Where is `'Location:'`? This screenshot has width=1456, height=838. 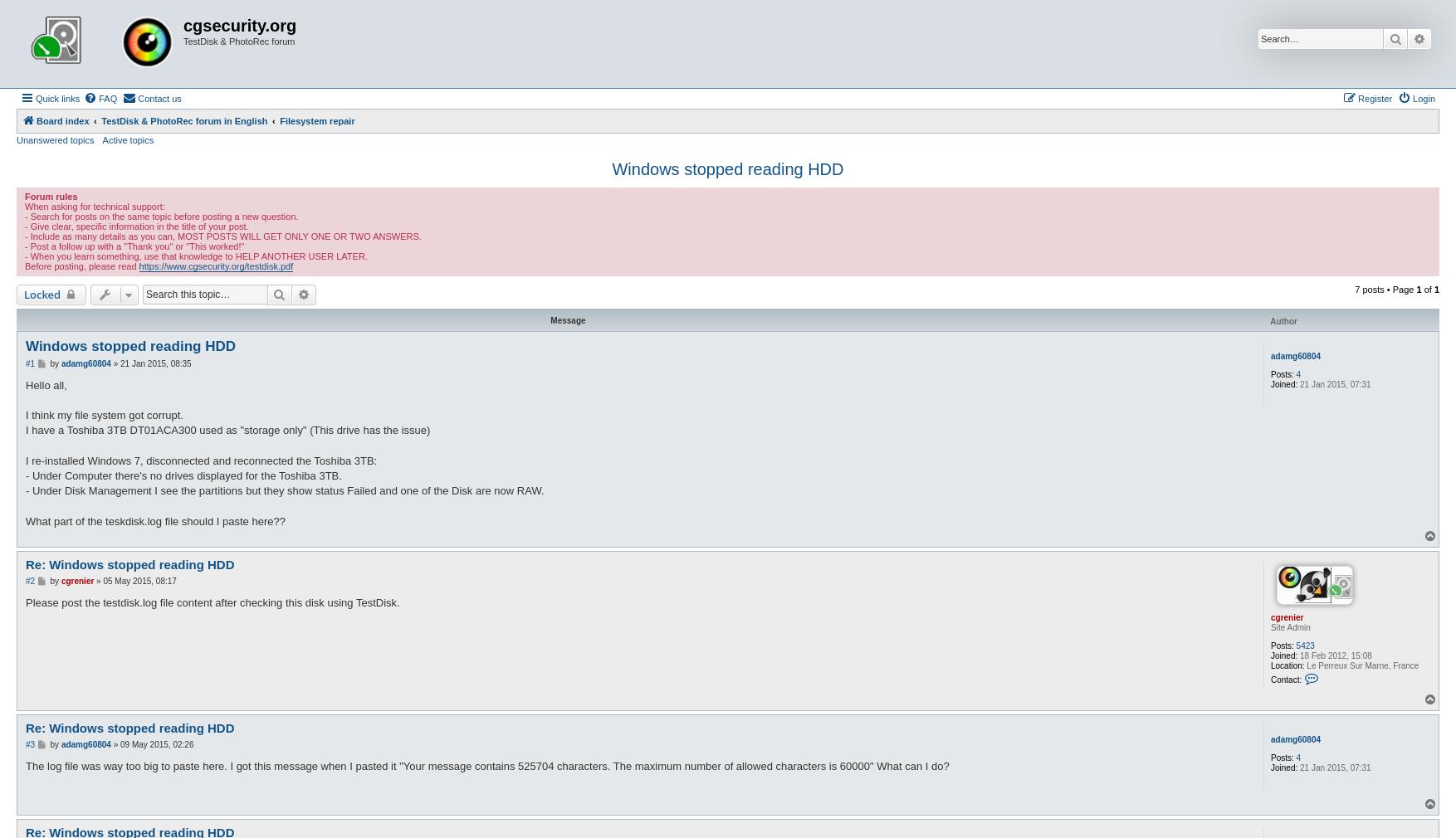
'Location:' is located at coordinates (1270, 665).